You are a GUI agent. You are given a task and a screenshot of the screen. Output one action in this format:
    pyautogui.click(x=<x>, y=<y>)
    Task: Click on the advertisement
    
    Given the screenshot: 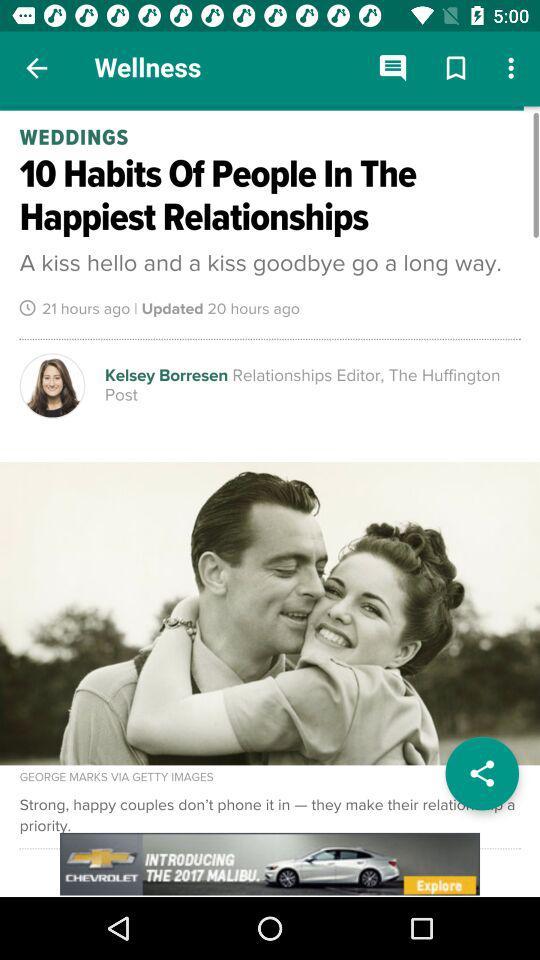 What is the action you would take?
    pyautogui.click(x=270, y=863)
    